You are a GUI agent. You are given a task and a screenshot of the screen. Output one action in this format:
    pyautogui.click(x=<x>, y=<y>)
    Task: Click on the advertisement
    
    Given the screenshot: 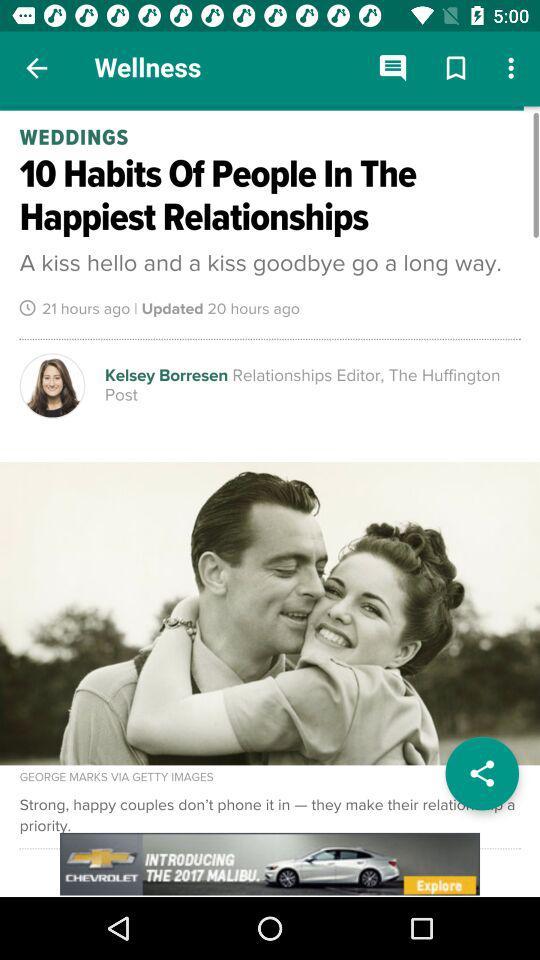 What is the action you would take?
    pyautogui.click(x=270, y=863)
    